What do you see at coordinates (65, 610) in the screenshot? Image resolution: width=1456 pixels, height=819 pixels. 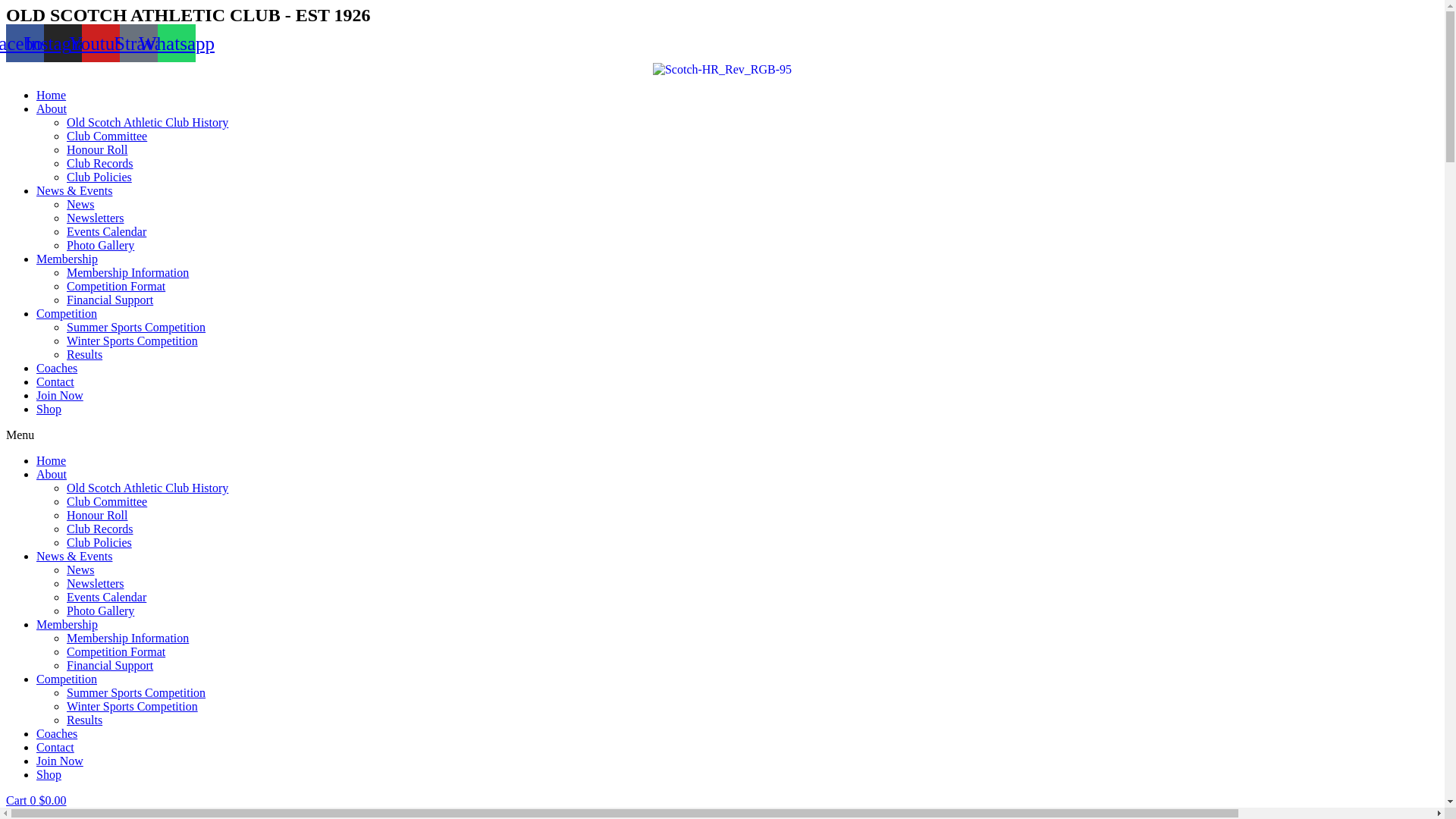 I see `'Photo Gallery'` at bounding box center [65, 610].